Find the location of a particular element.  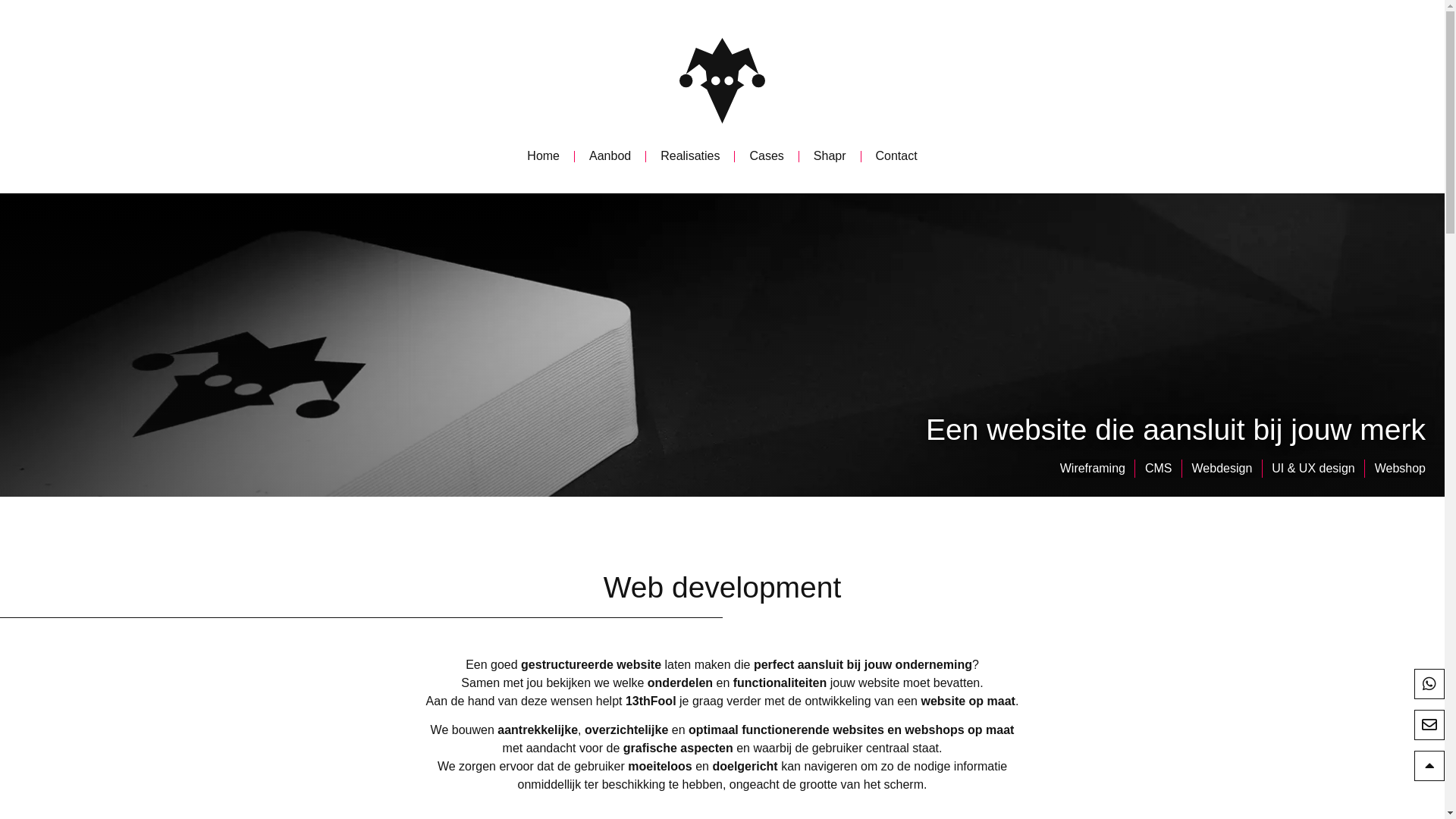

'Shapr' is located at coordinates (829, 155).